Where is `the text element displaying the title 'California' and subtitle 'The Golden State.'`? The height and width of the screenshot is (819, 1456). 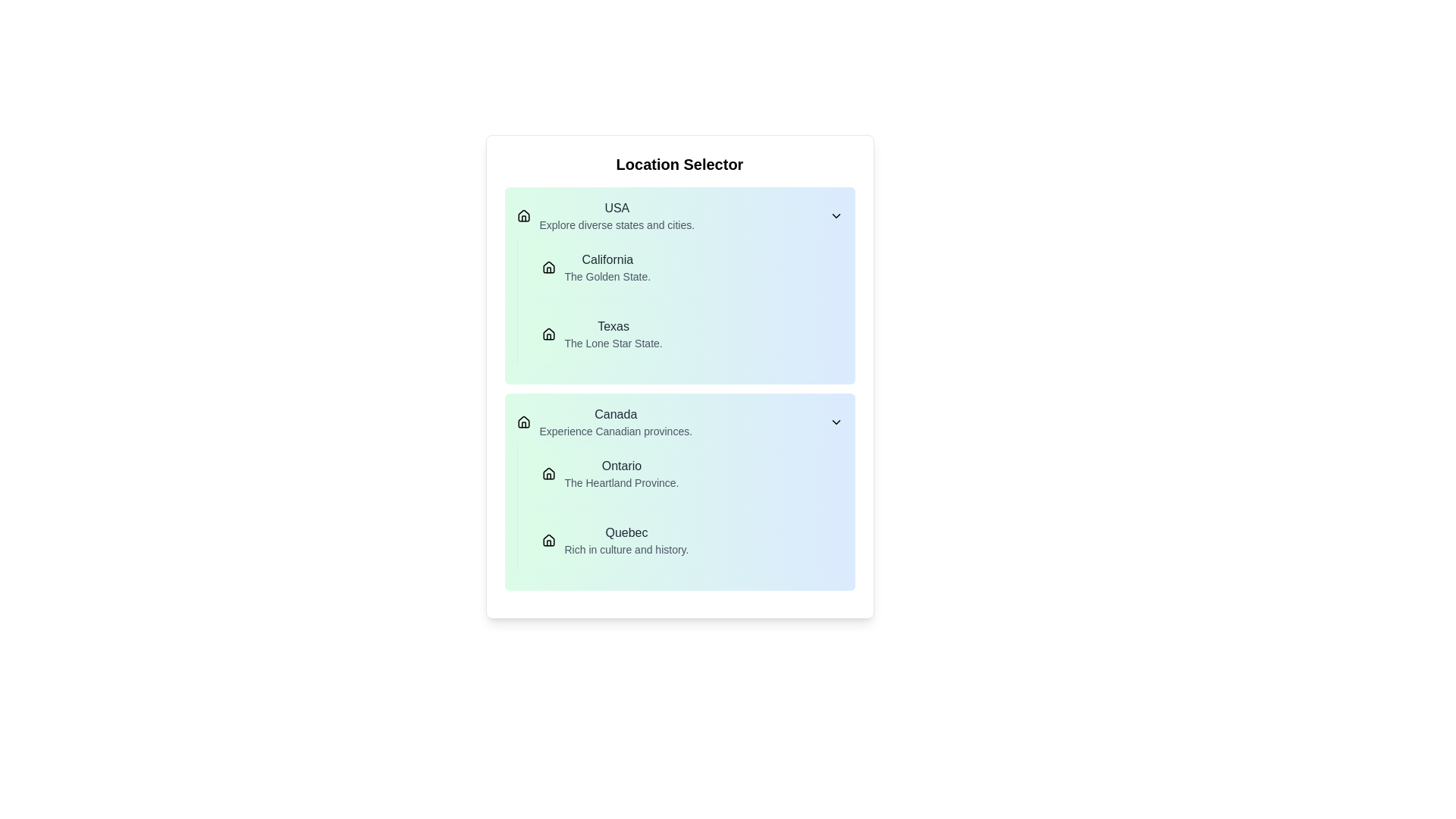 the text element displaying the title 'California' and subtitle 'The Golden State.' is located at coordinates (607, 267).